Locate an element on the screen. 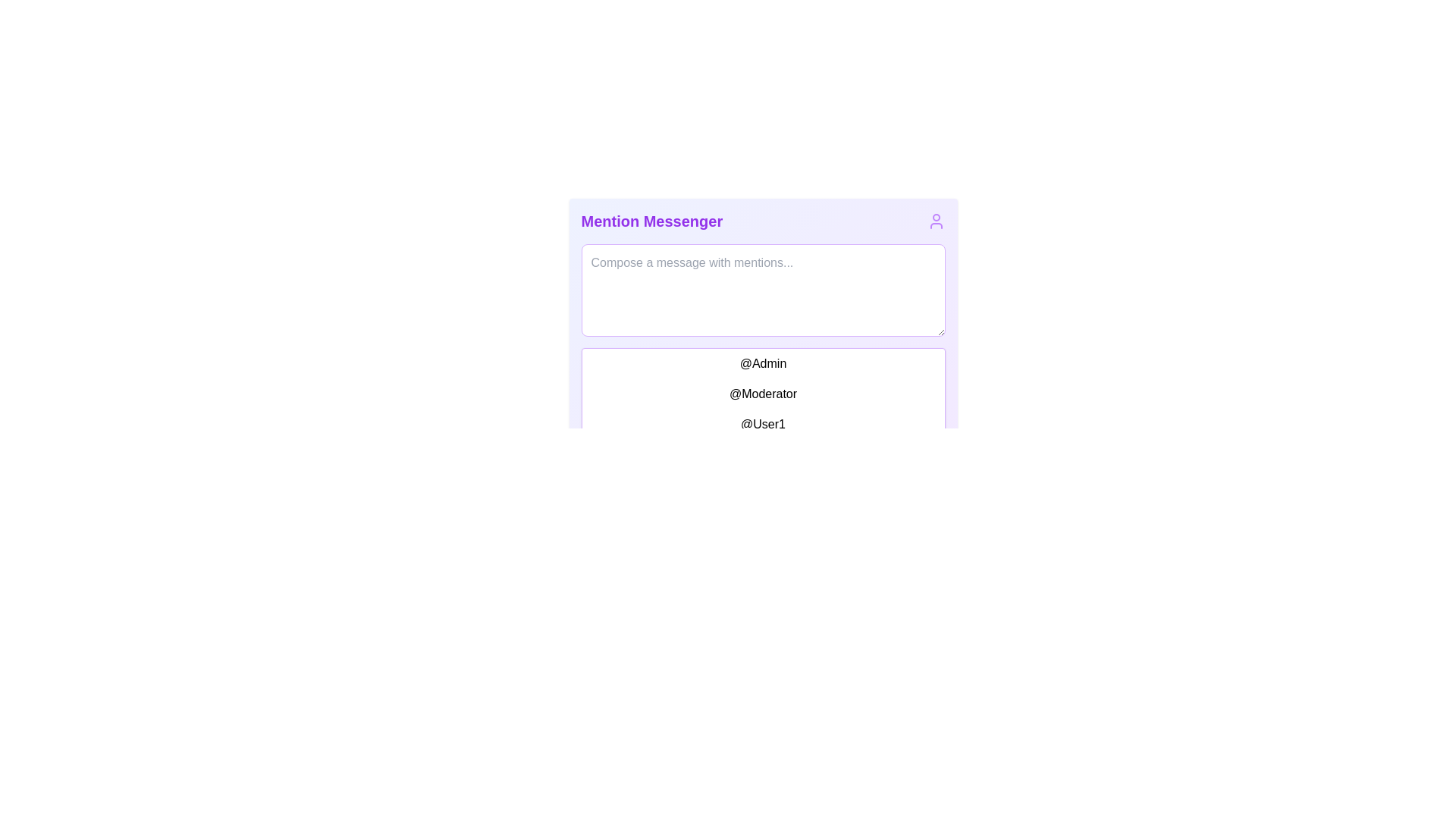  the user icon, which is a purple-outline silhouette located at the top right of the 'Mention Messenger' component is located at coordinates (935, 221).